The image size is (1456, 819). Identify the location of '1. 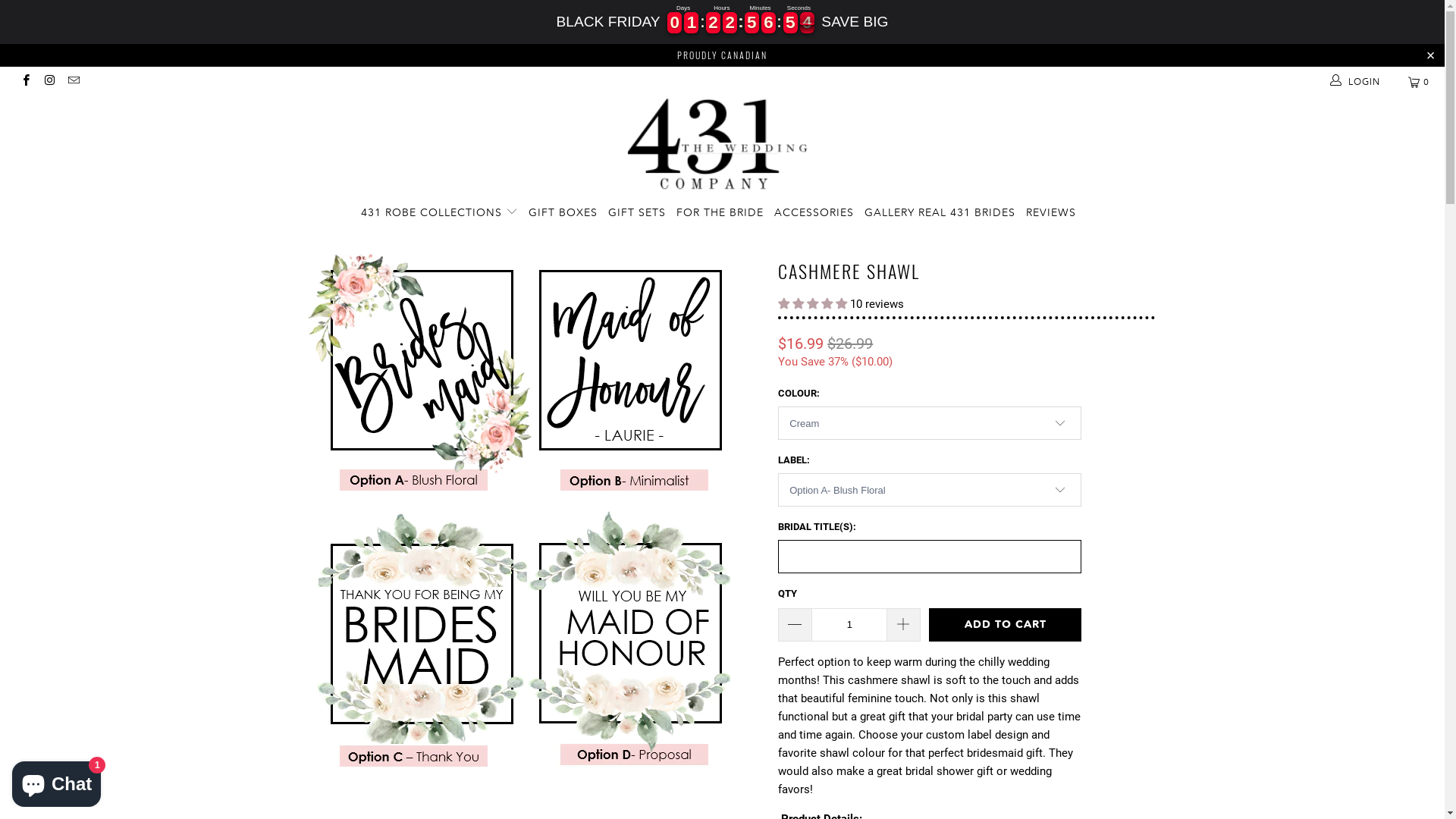
(730, 23).